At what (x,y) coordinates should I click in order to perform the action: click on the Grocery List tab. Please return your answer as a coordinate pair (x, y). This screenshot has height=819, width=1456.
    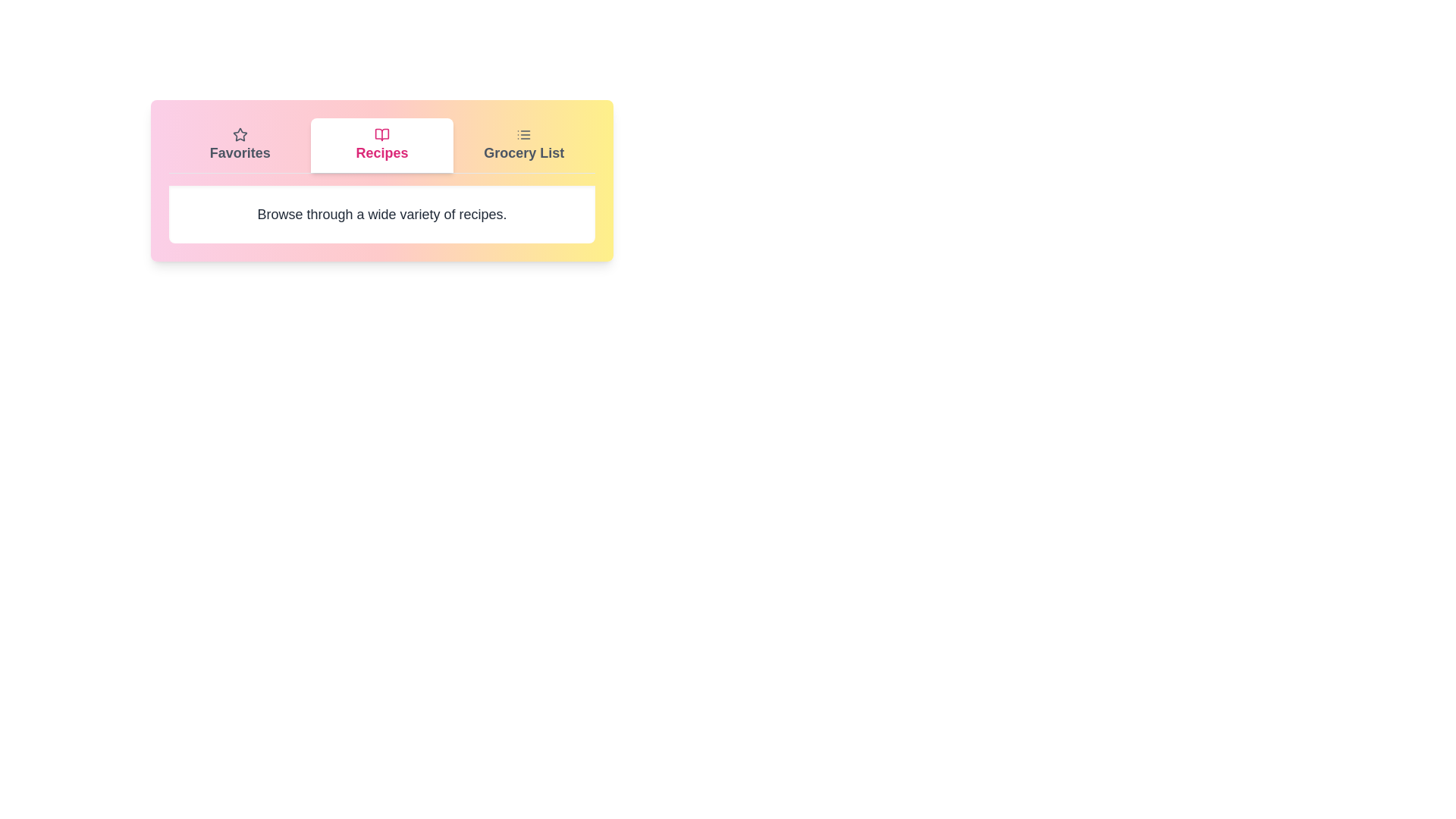
    Looking at the image, I should click on (524, 146).